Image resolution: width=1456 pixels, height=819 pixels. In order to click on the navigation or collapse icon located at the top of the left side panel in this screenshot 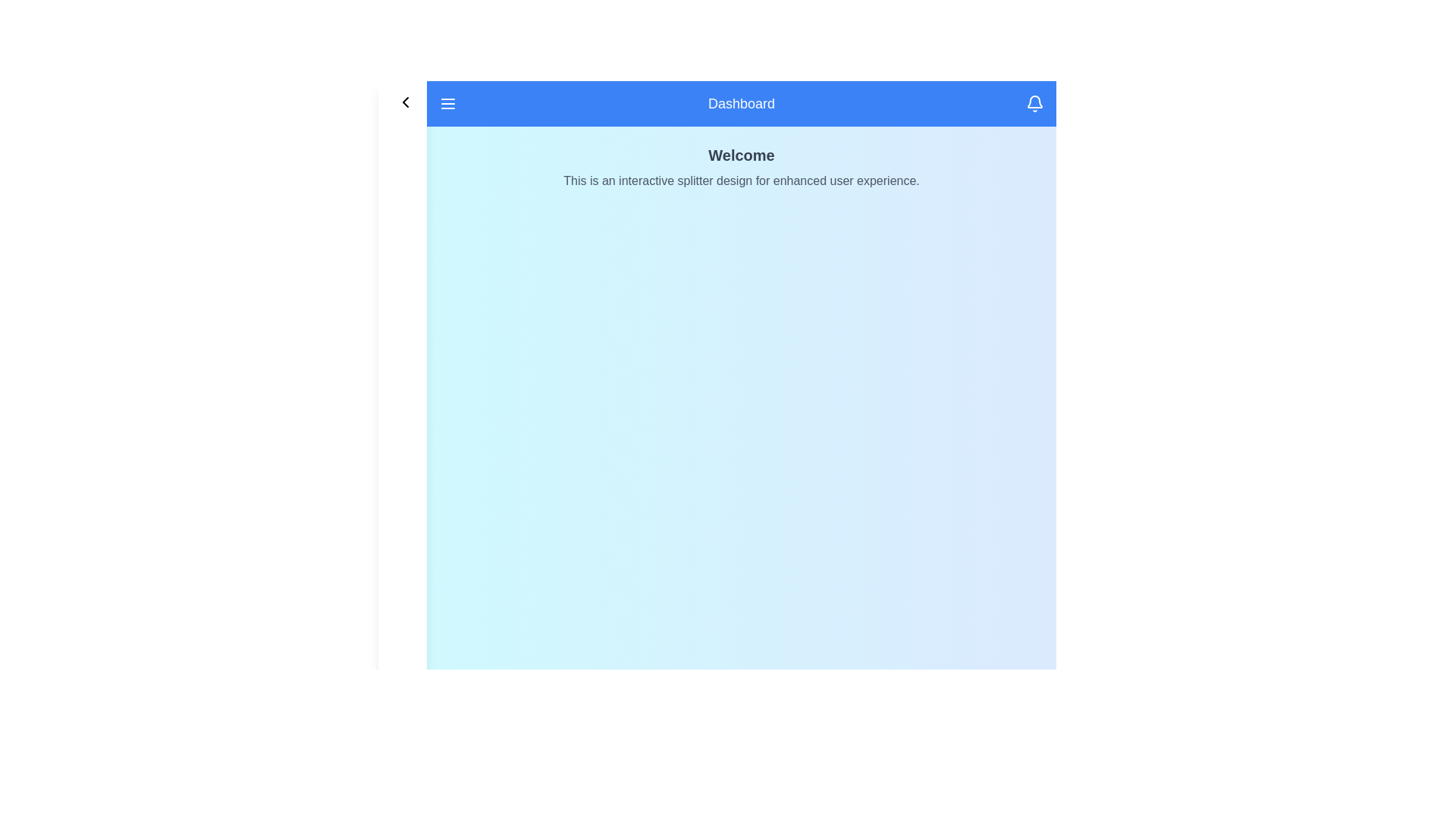, I will do `click(403, 102)`.